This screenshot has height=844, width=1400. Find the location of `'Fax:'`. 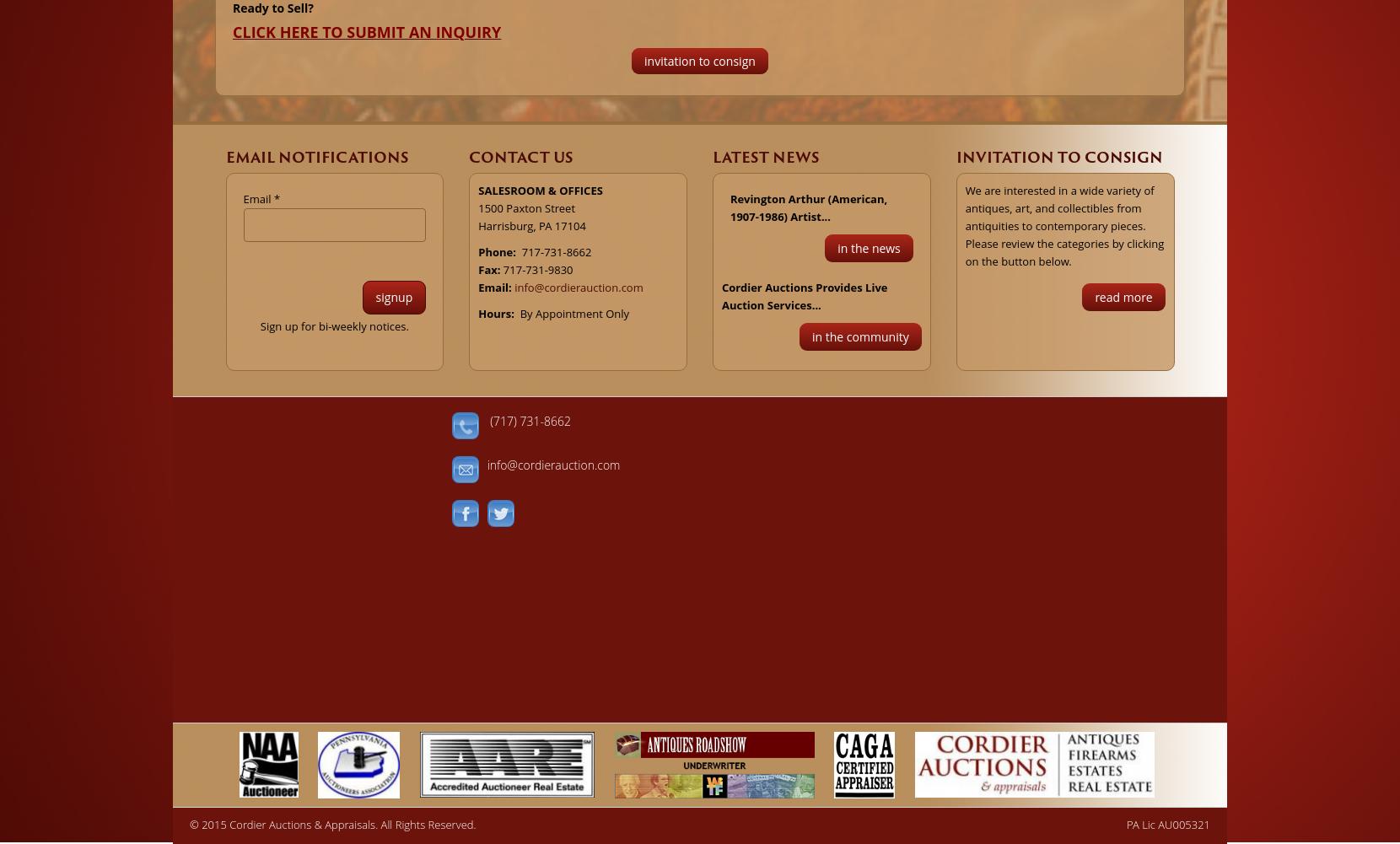

'Fax:' is located at coordinates (478, 269).